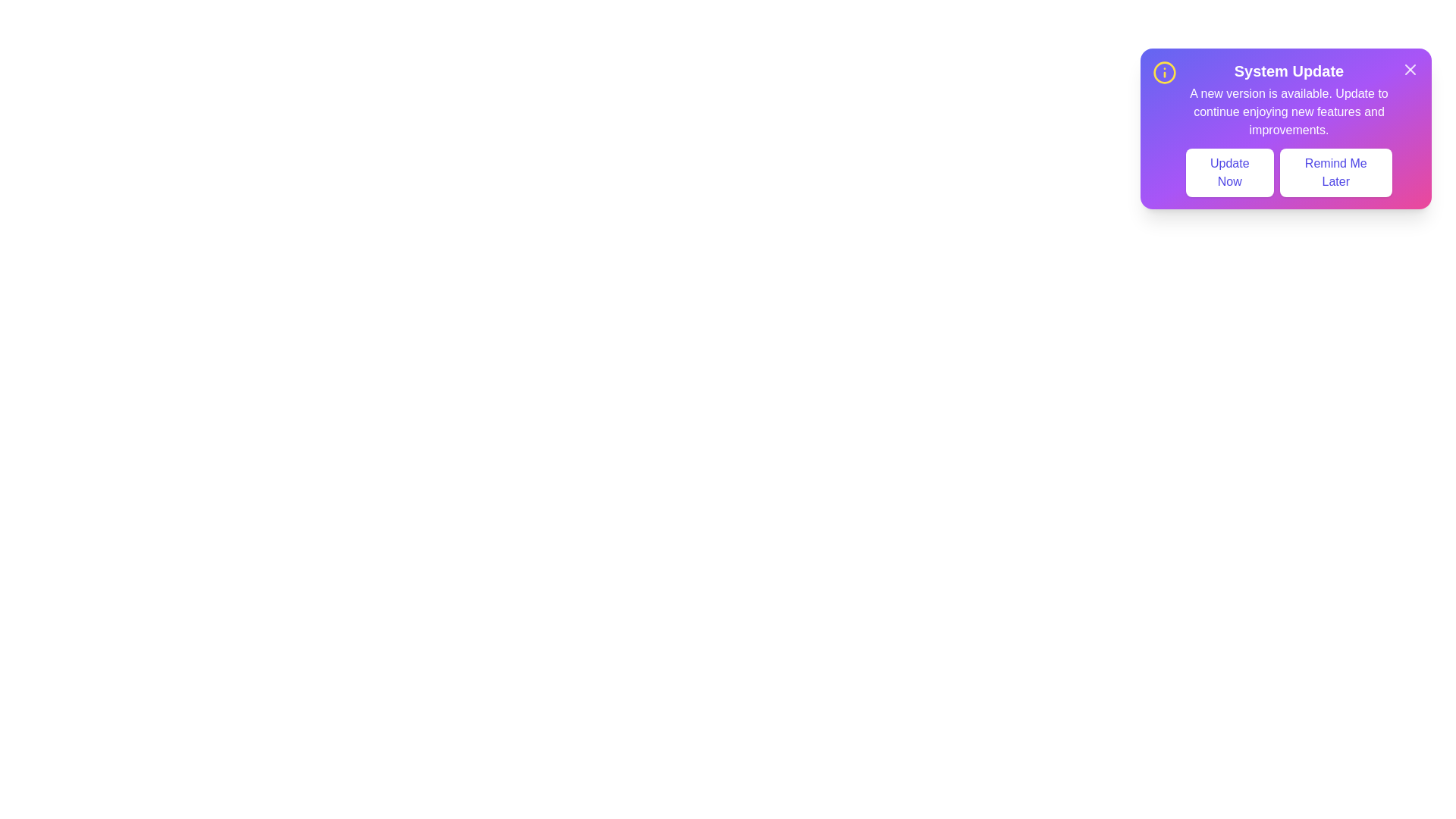 This screenshot has width=1456, height=819. Describe the element at coordinates (1410, 70) in the screenshot. I see `close button on the notification to close it` at that location.